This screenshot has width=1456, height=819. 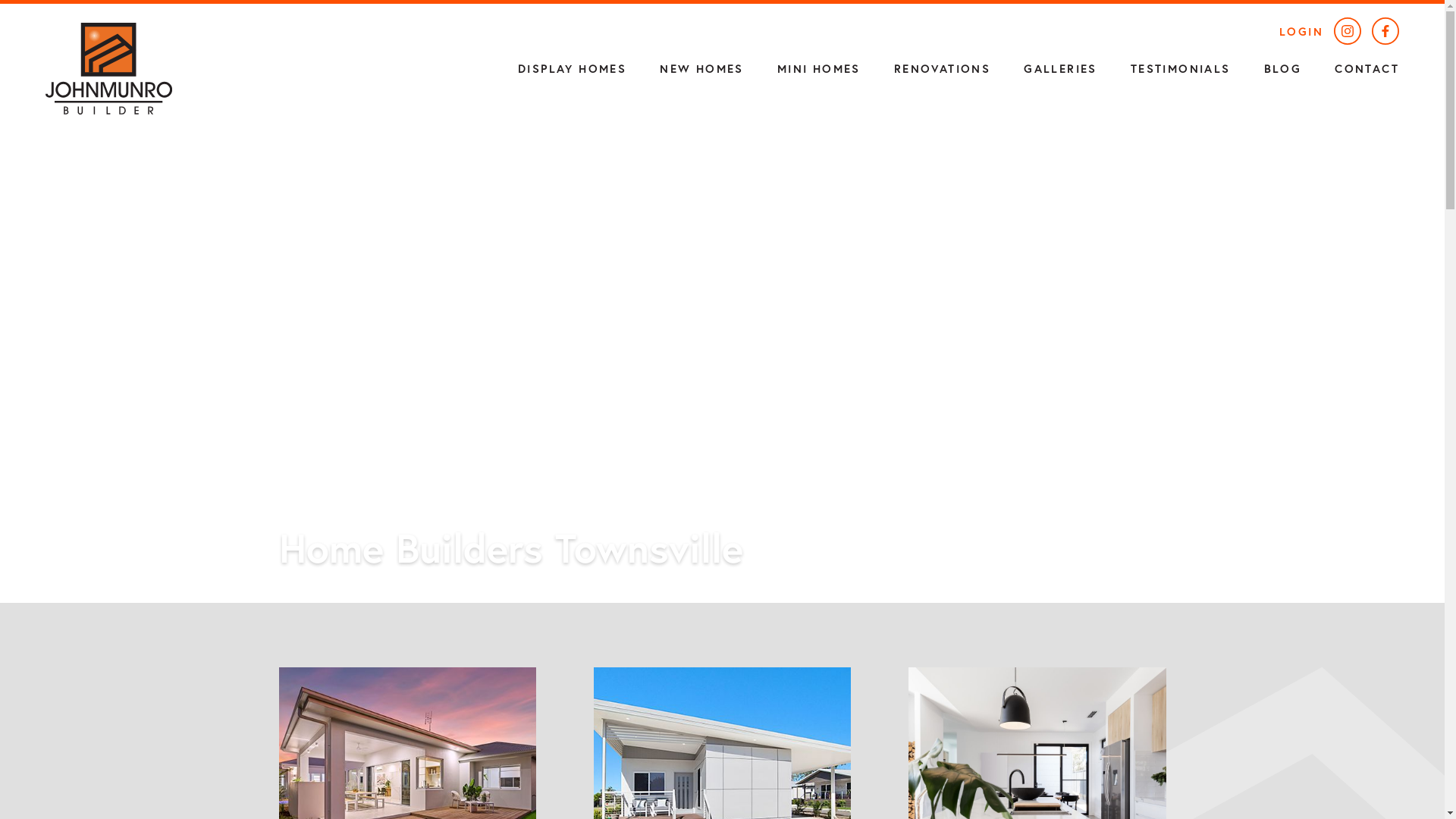 What do you see at coordinates (1007, 67) in the screenshot?
I see `'GALLERIES'` at bounding box center [1007, 67].